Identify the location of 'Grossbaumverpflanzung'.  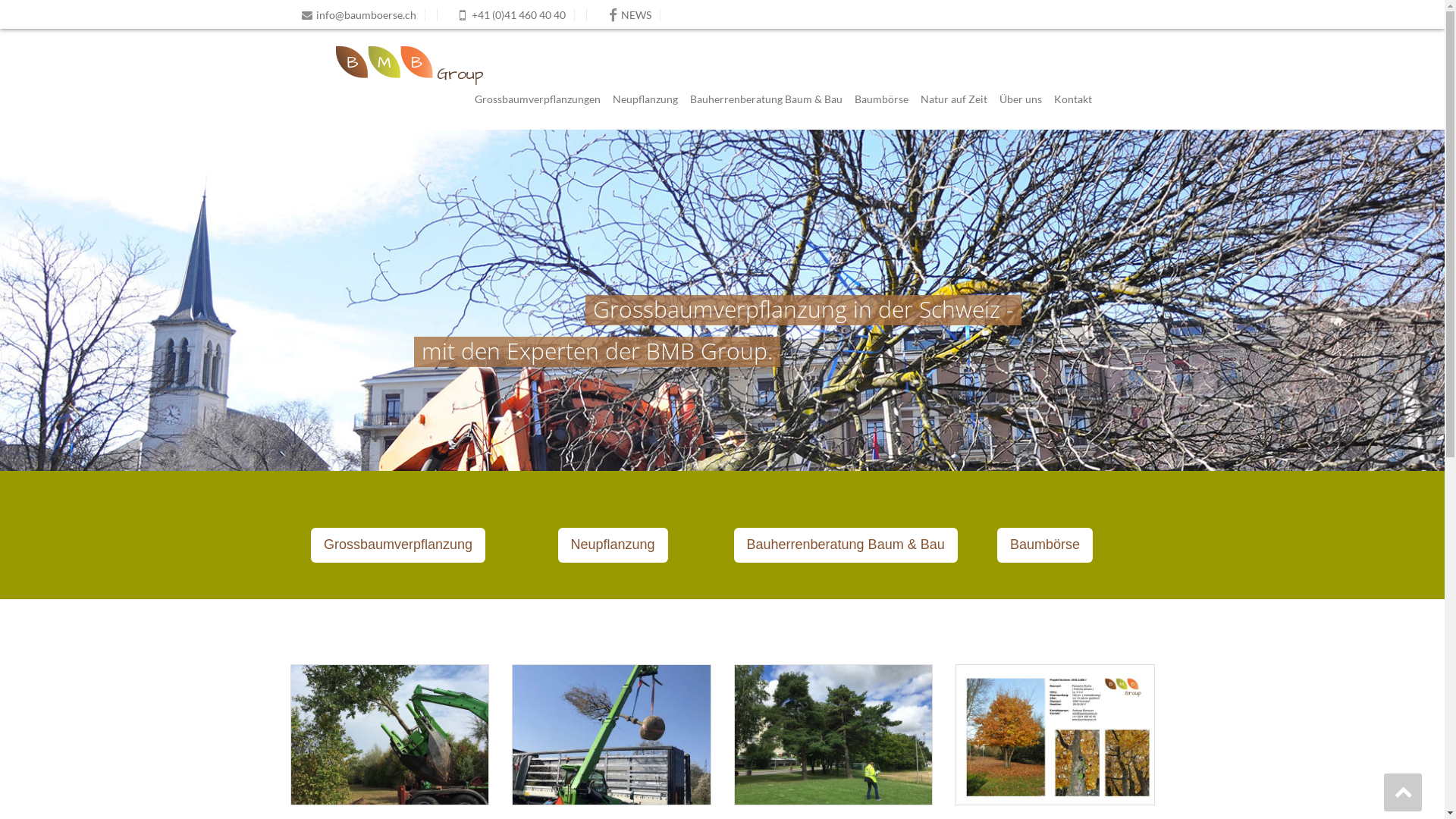
(309, 544).